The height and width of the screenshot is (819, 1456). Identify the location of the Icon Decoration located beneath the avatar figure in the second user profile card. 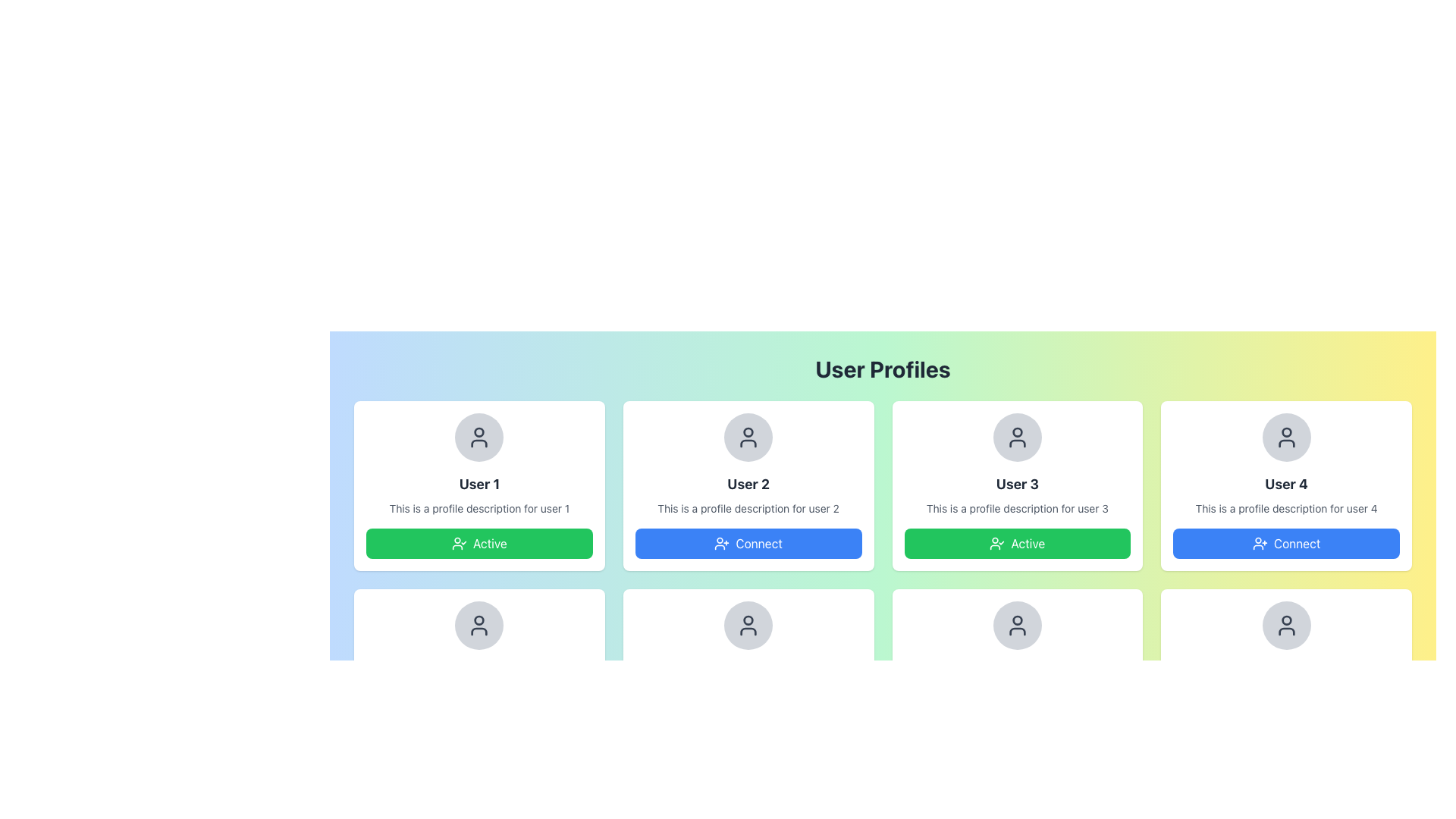
(748, 444).